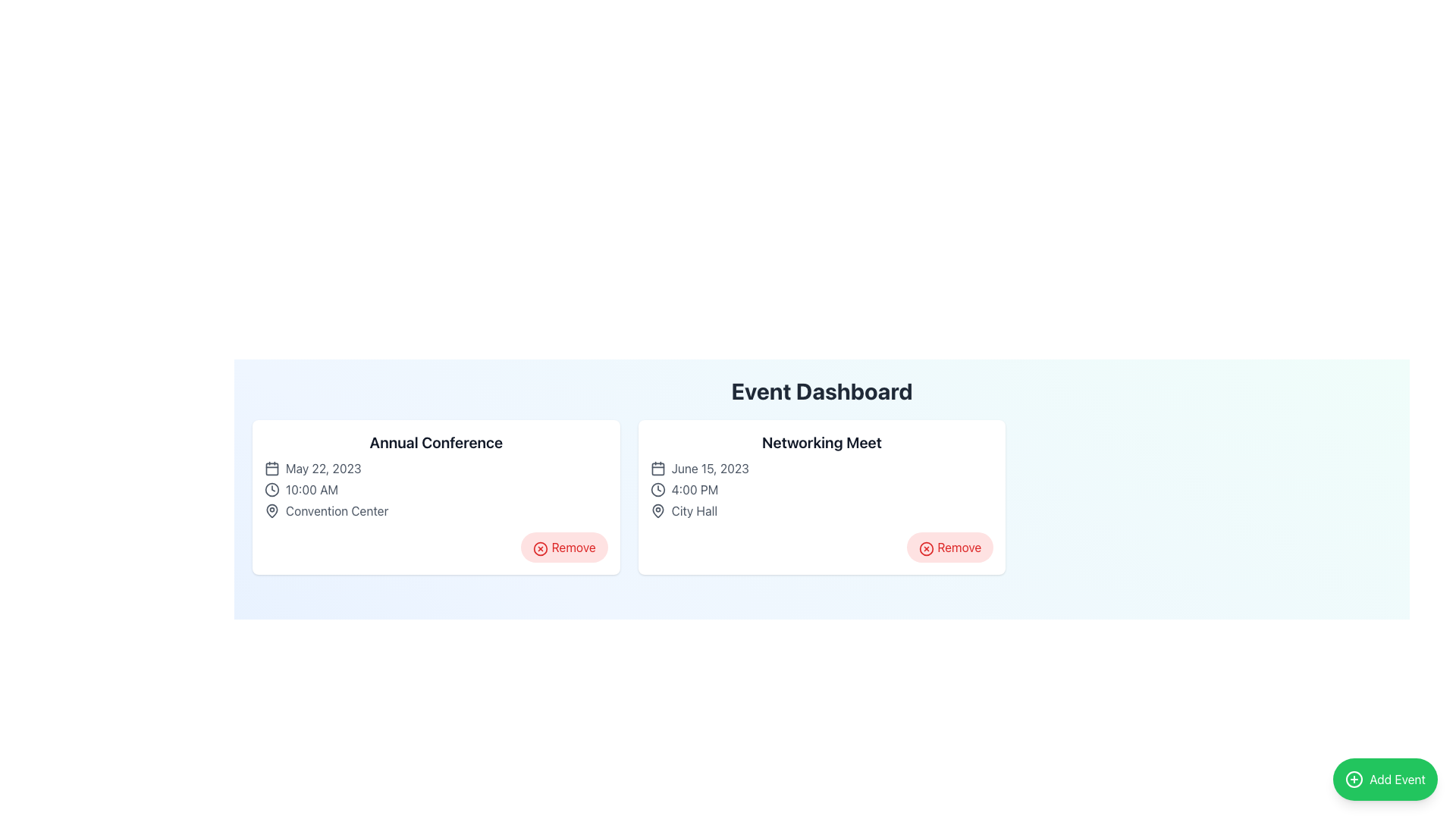 This screenshot has width=1456, height=819. What do you see at coordinates (272, 467) in the screenshot?
I see `the calendar icon located to the left of the text 'May 22, 2023' in the 'Annual Conference' card within the 'Event Dashboard' section` at bounding box center [272, 467].